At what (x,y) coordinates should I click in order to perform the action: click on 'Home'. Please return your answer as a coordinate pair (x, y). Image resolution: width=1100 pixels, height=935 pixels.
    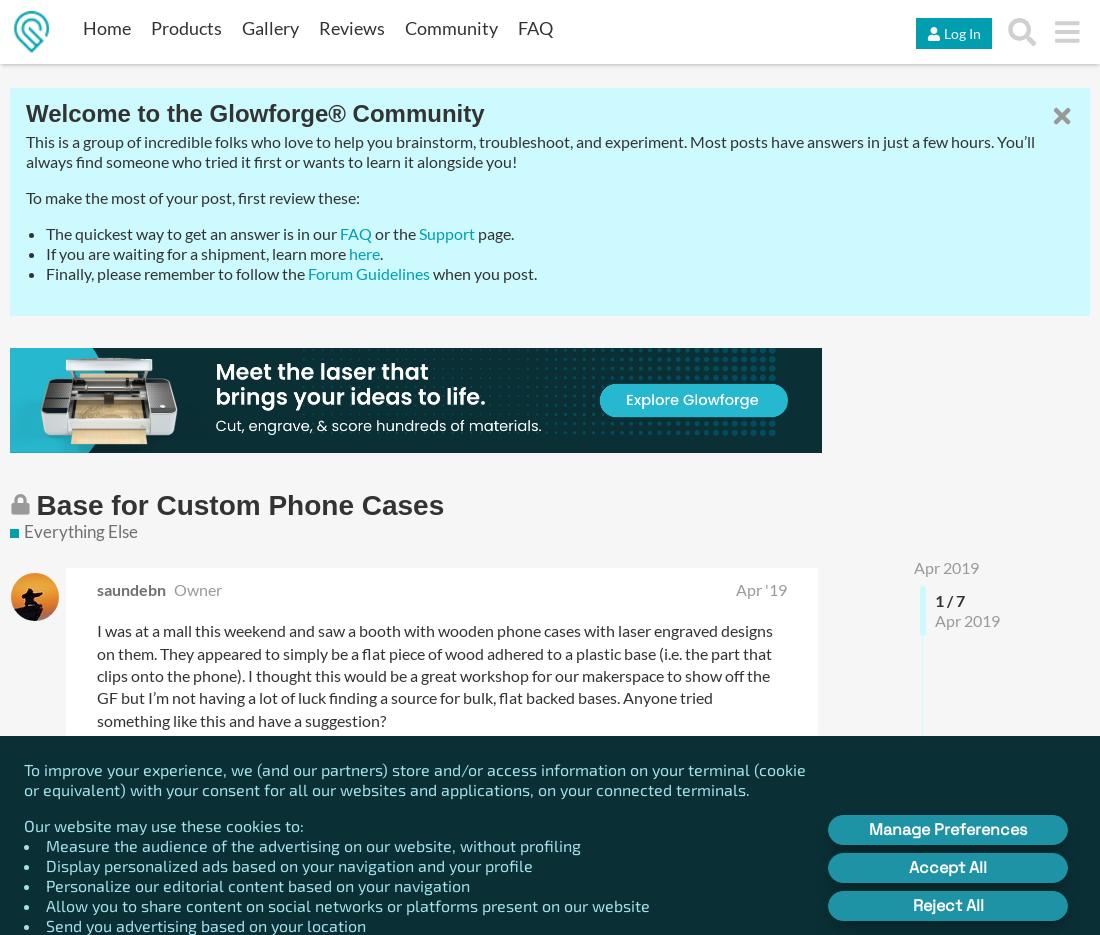
    Looking at the image, I should click on (106, 26).